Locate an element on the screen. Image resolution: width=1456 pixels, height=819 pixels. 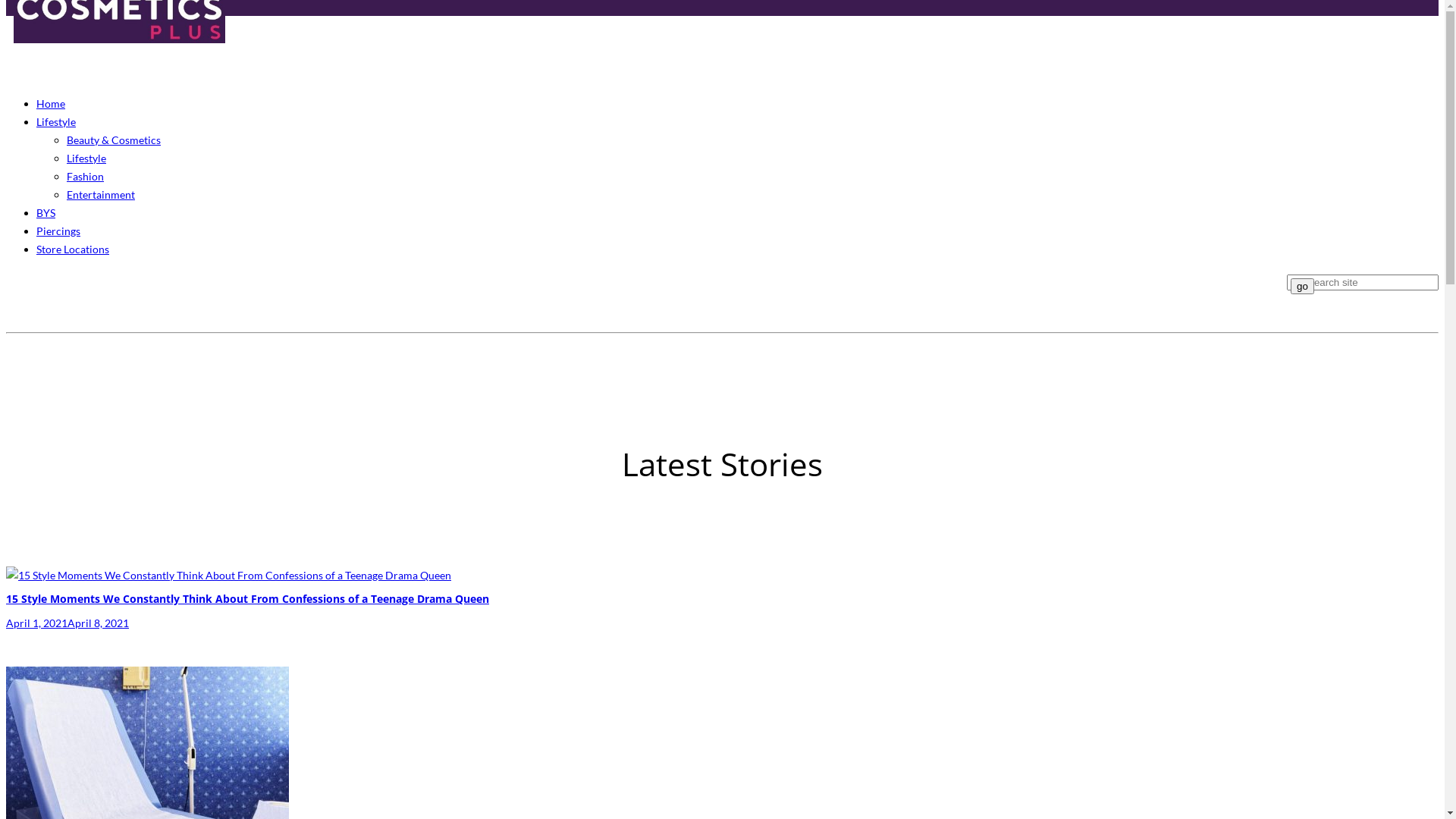
'BYS' is located at coordinates (45, 212).